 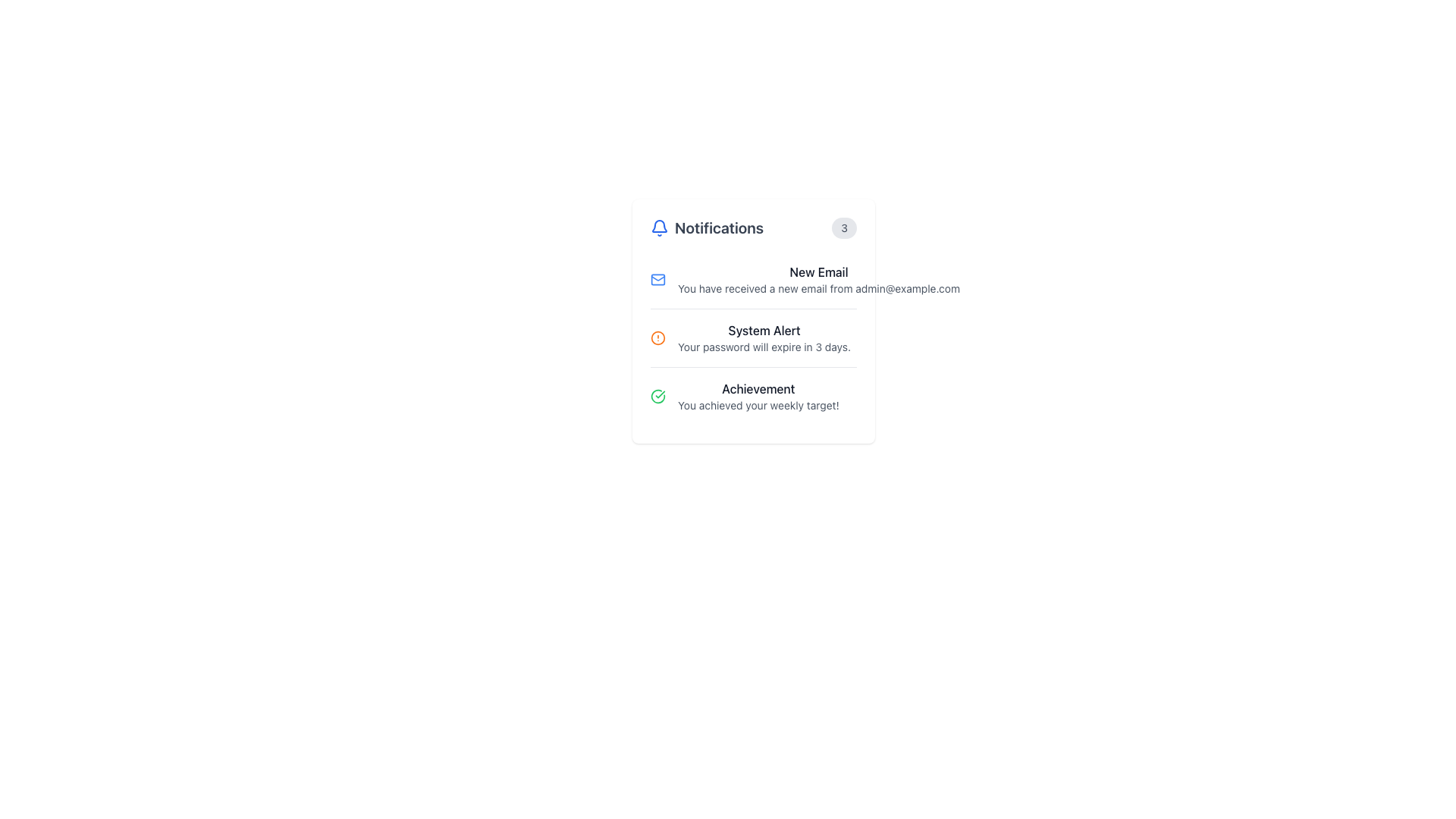 What do you see at coordinates (706, 227) in the screenshot?
I see `the header text element of the notification section, located in the top-left corner of the notification panel` at bounding box center [706, 227].